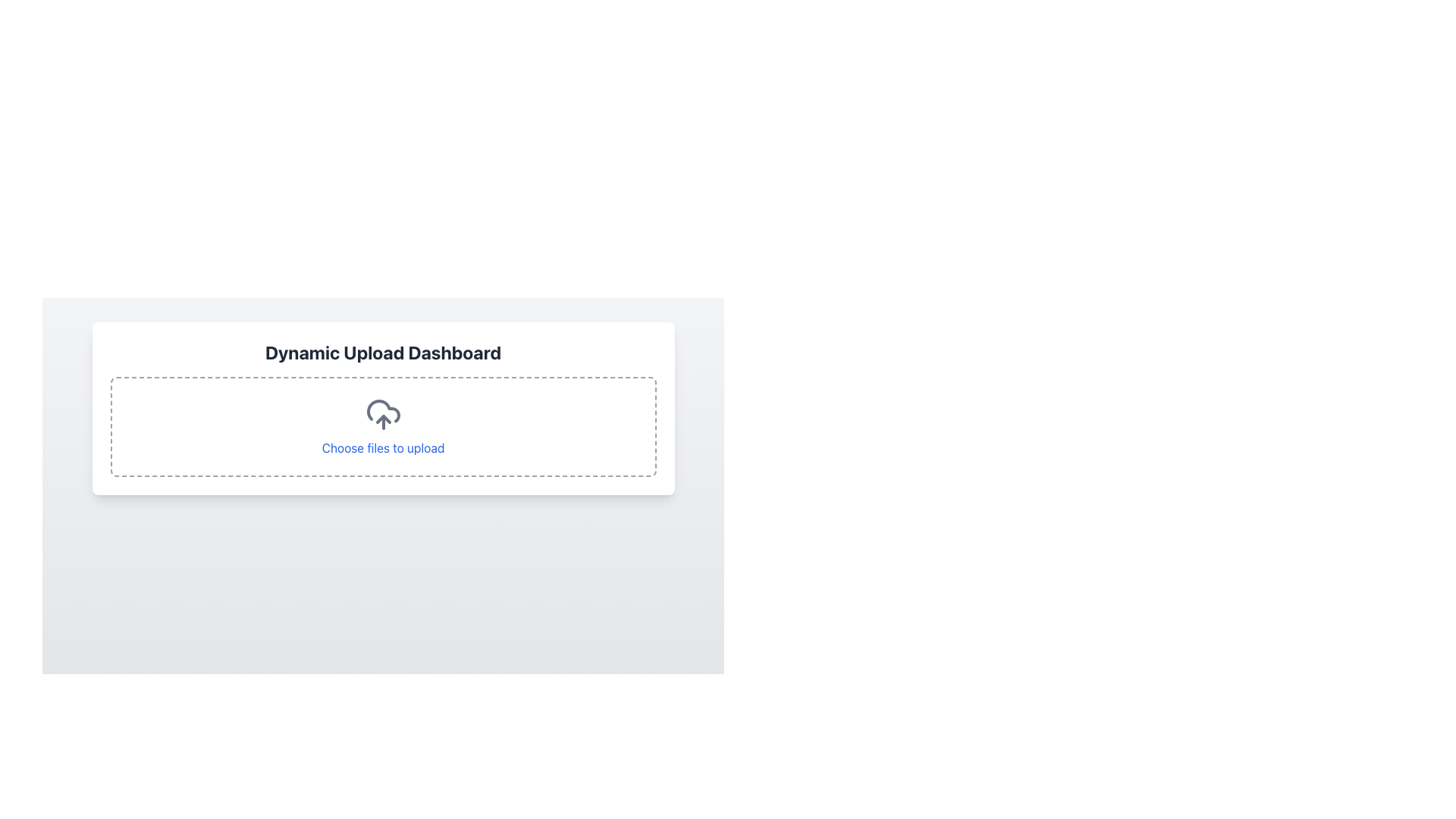 This screenshot has height=819, width=1456. I want to click on the File upload interface section that contains the text 'Dynamic Upload Dashboard' and the dashed-border box with the upload icon and text 'Choose files to upload', so click(383, 408).